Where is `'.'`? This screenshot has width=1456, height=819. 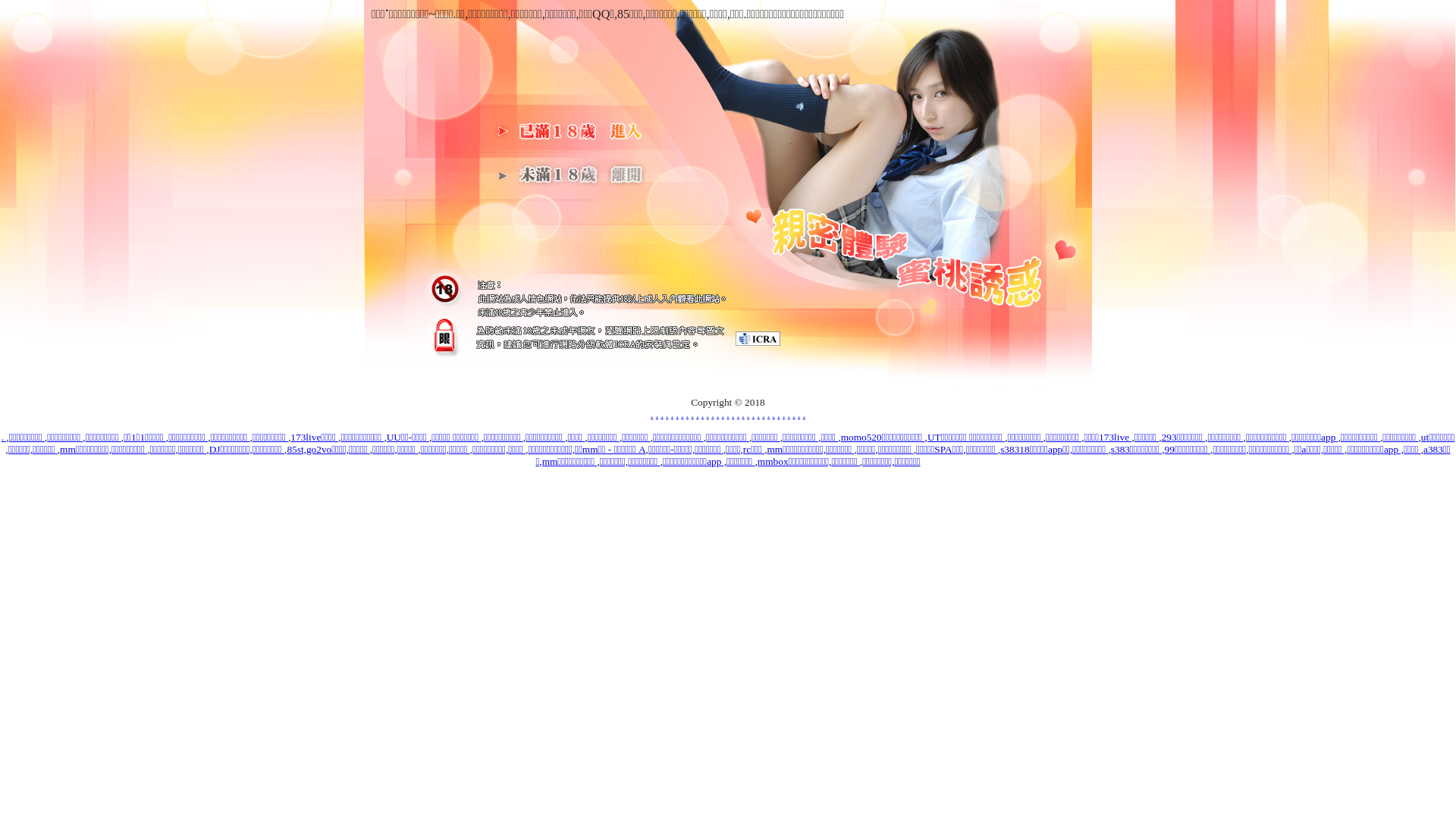 '.' is located at coordinates (651, 414).